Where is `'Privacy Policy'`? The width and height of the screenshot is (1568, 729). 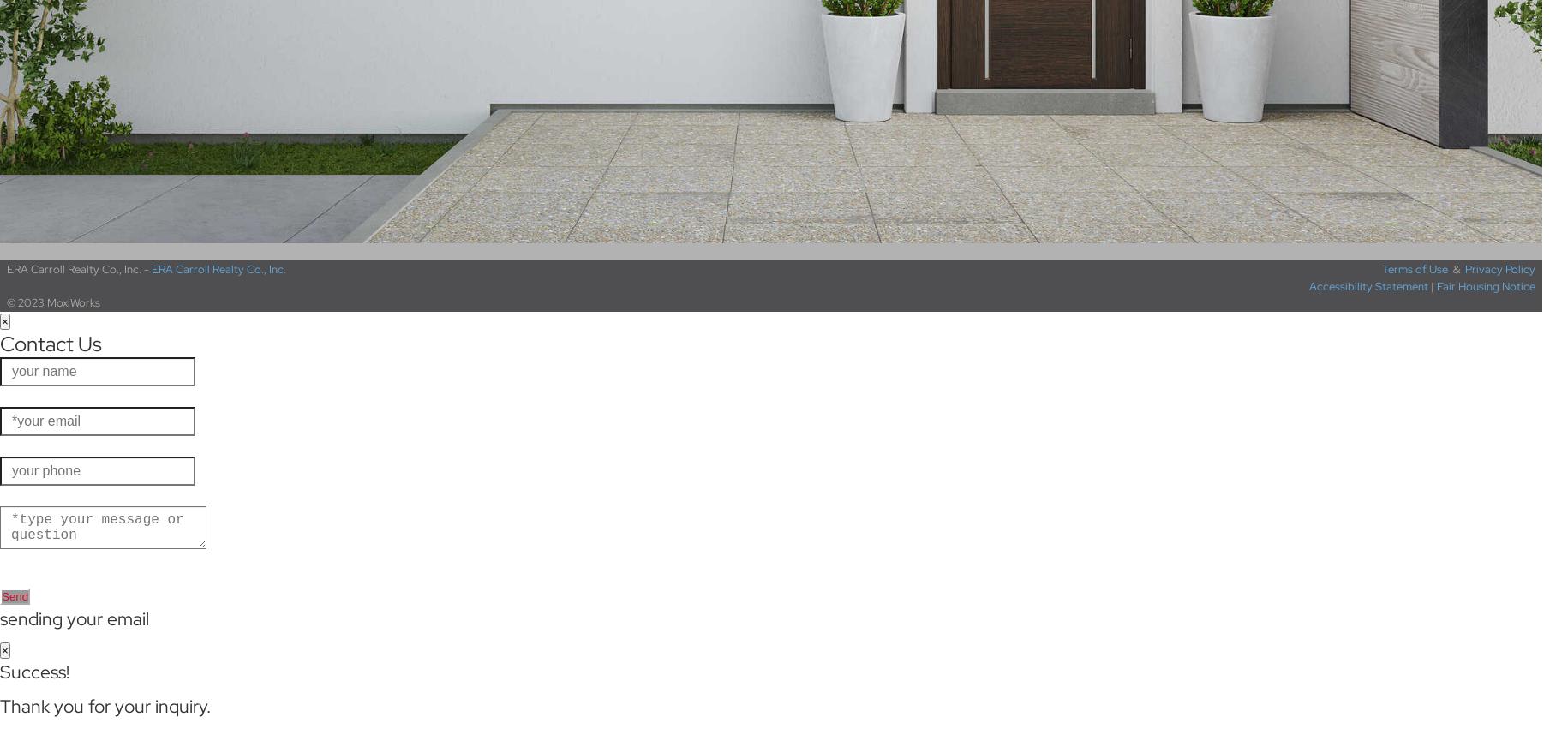
'Privacy Policy' is located at coordinates (1499, 268).